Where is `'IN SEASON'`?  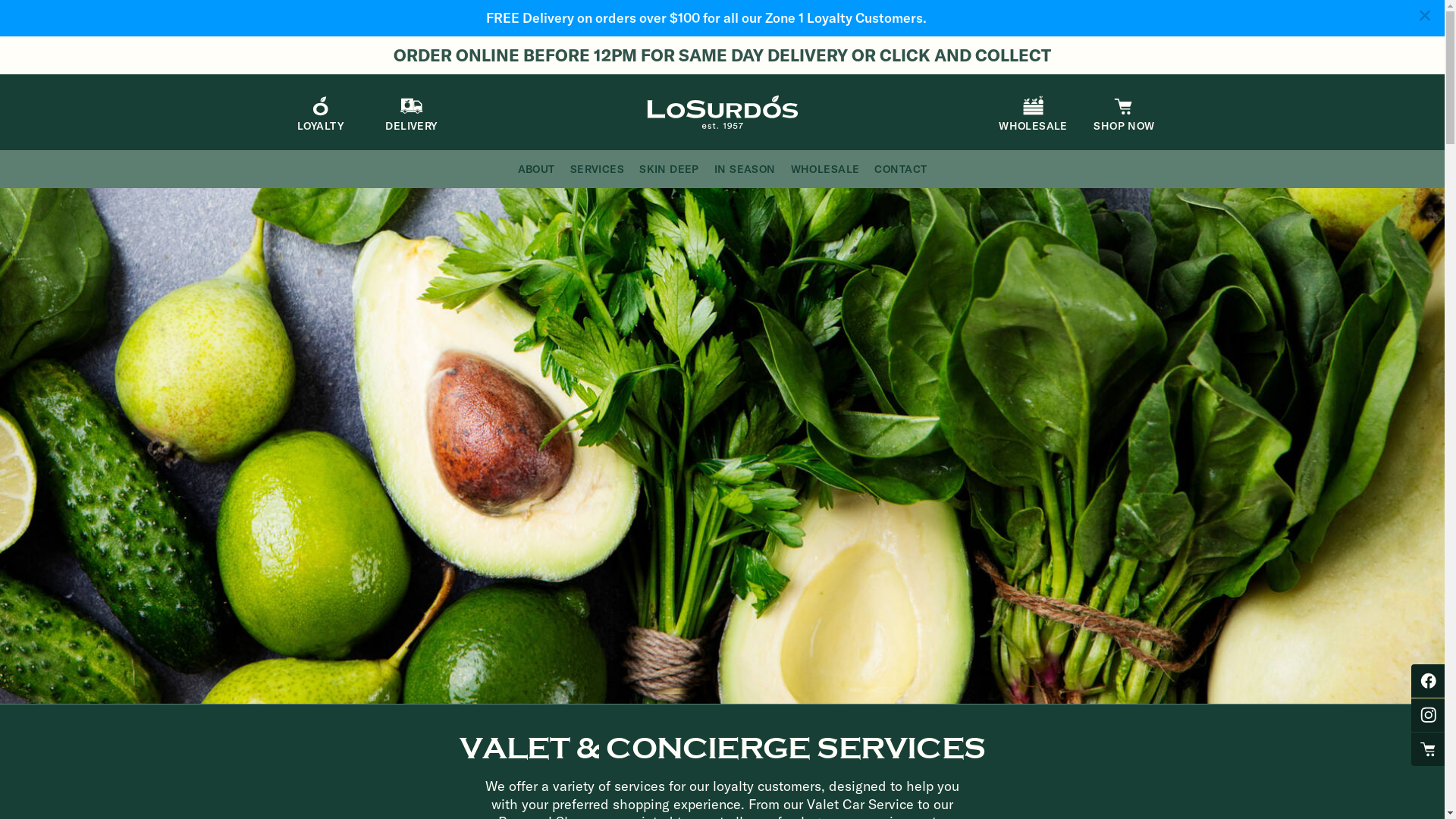 'IN SEASON' is located at coordinates (705, 169).